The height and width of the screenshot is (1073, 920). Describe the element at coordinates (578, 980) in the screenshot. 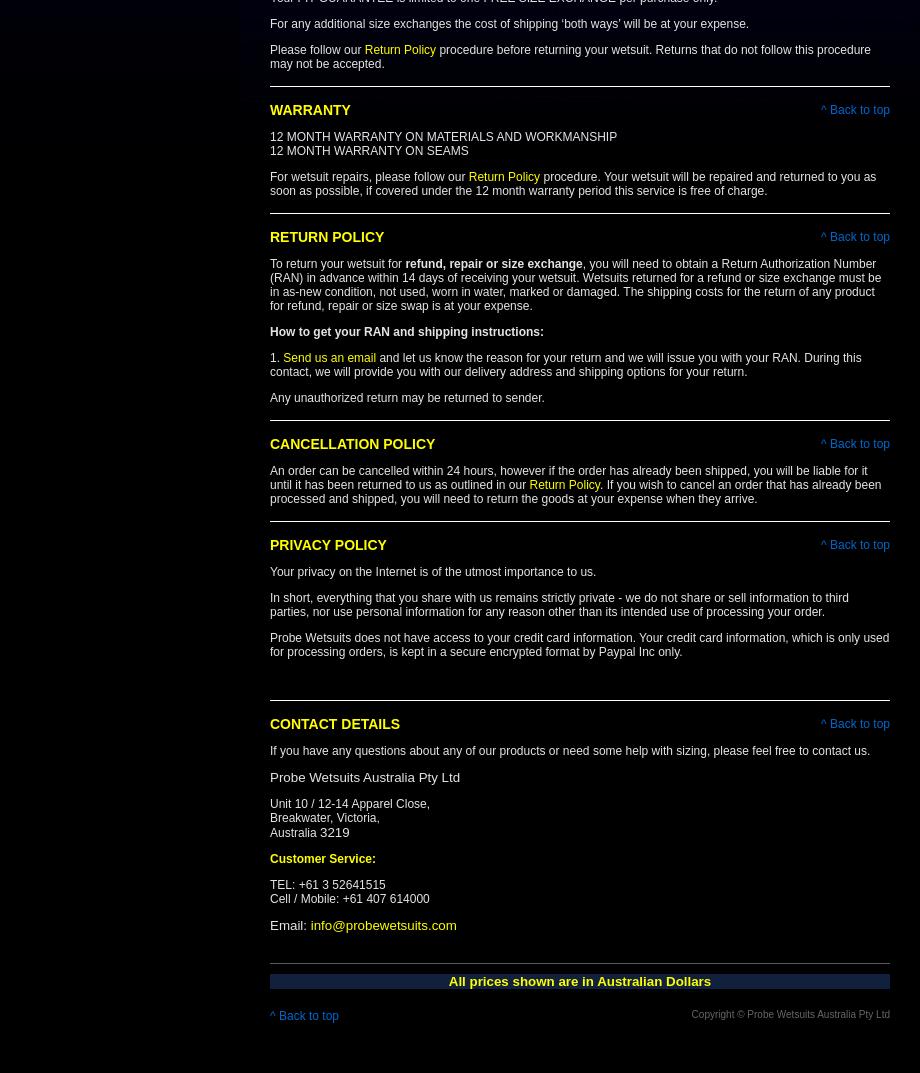

I see `'All prices shown are in Australian Dollars'` at that location.